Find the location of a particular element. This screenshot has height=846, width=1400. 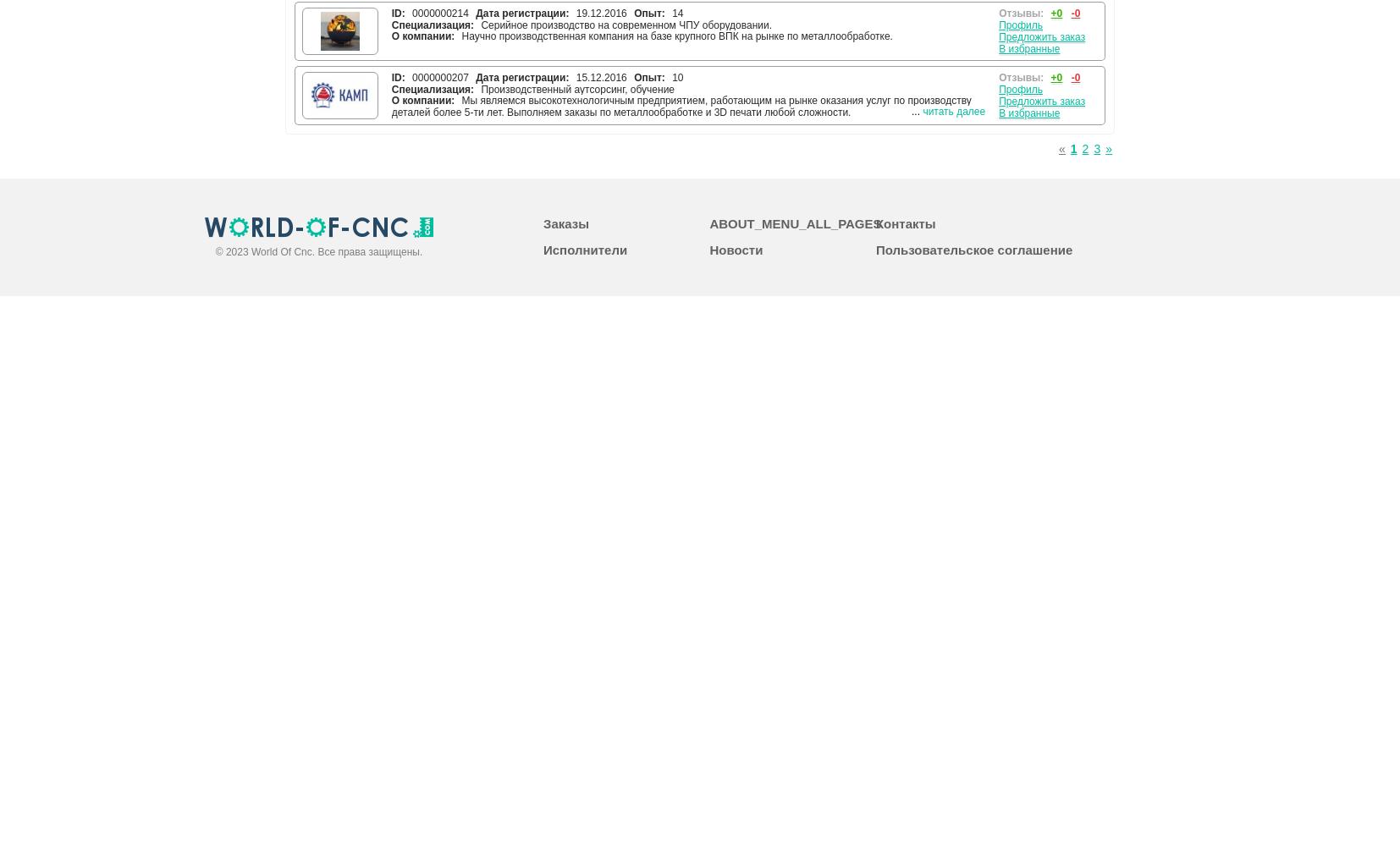

'Предприятие холдинга ООО НПП «Технопроект» представляет научно-производственное предприятие, которое   имеет полный комплекс необходимого оборудования для производства и испытания электромагнитных клапанов, пневмомодулей, трубных соединителей на высокое давление (муфт), быстроразъемных соединений (БРС), воздушных фильтров, пневмо-гидравлических мультипликаторов и других специальных устройств, управляющих потоками сред. Также предметом деятельности нашей компании является разработка и изготовление уплотнительных элементов, блоков управления продуктом и министендов для испытания пневмомодулей.' is located at coordinates (686, 211).